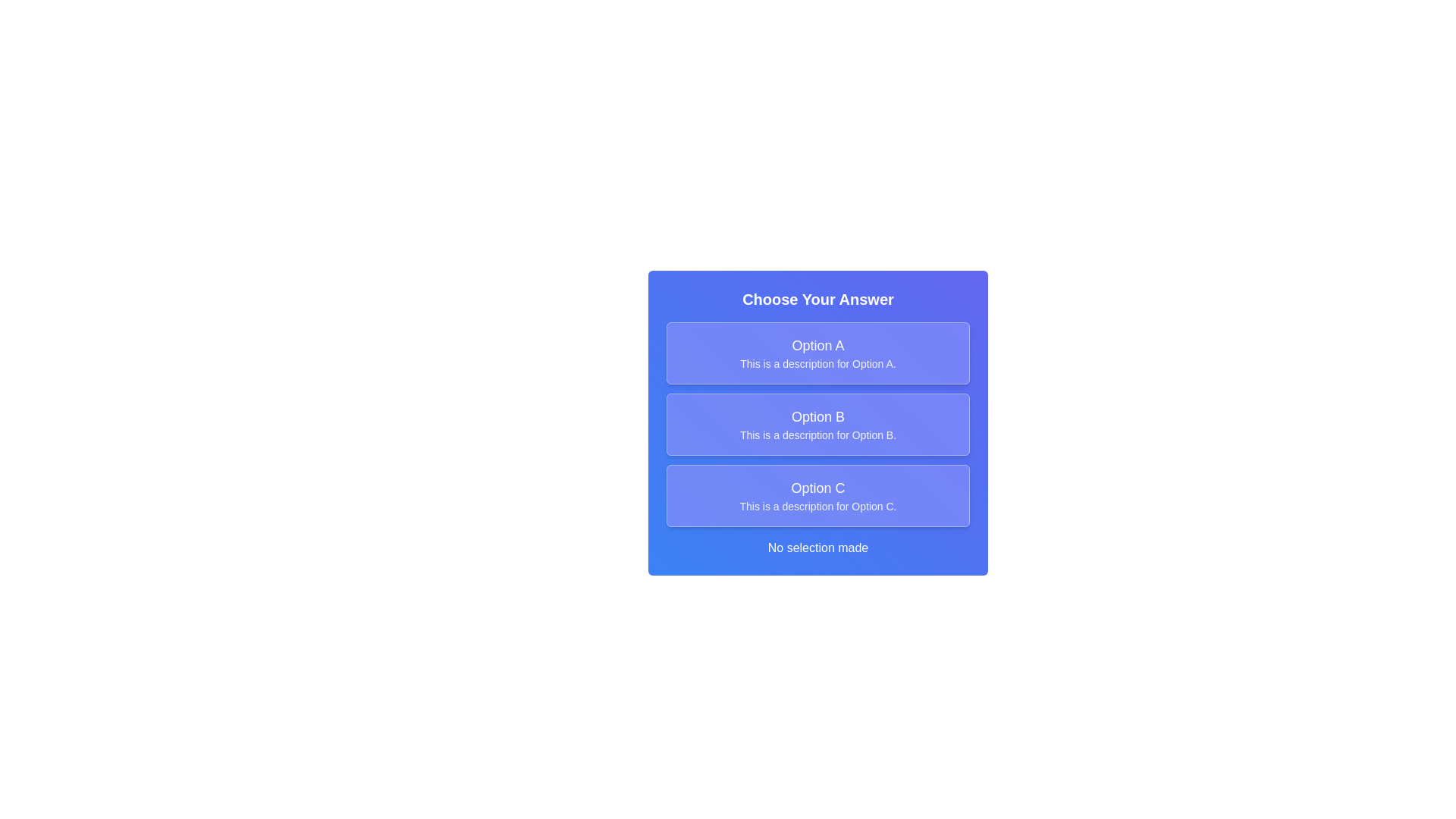  Describe the element at coordinates (817, 496) in the screenshot. I see `the selectable option labeled 'Option C' in the list` at that location.